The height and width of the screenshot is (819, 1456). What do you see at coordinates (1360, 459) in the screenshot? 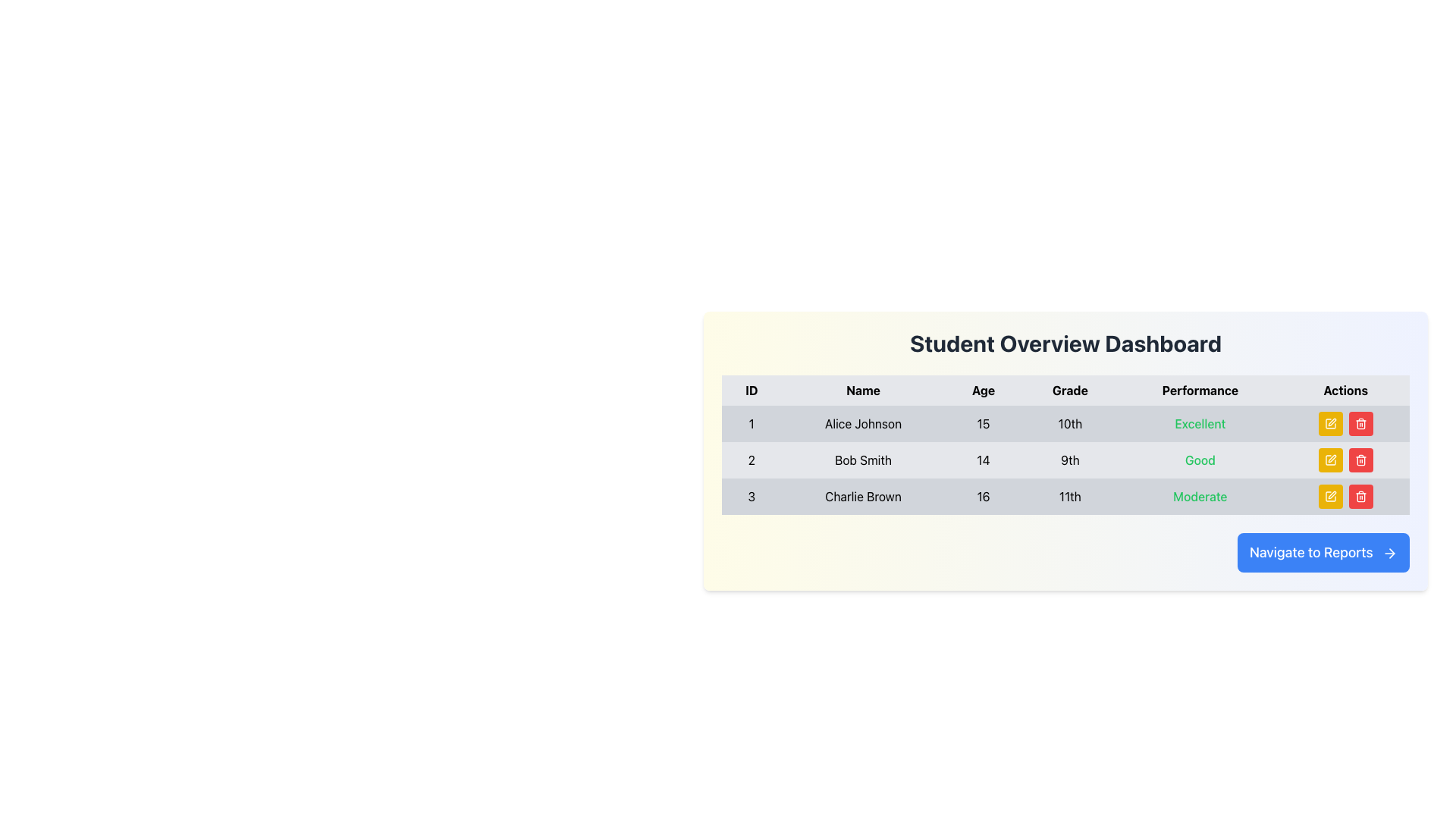
I see `the red rounded rectangular button with a trash can icon in the Actions column of the data table, corresponding to the student 'Bob Smith'` at bounding box center [1360, 459].